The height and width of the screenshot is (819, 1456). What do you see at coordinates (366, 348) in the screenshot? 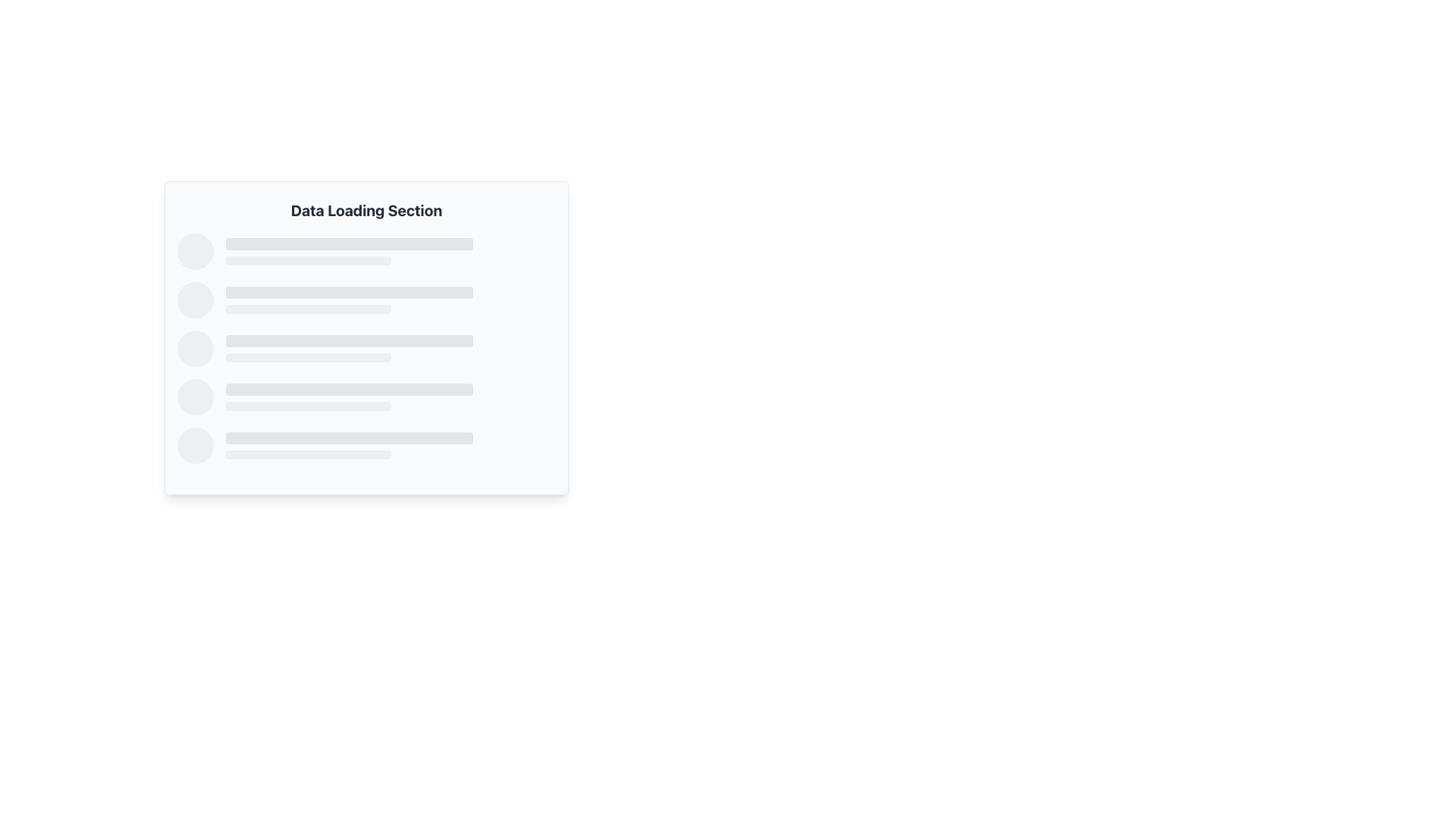
I see `the third list entry placeholder in the 'Data Loading Section' area, which is styled with gray layout and has two horizontal bars of different widths` at bounding box center [366, 348].